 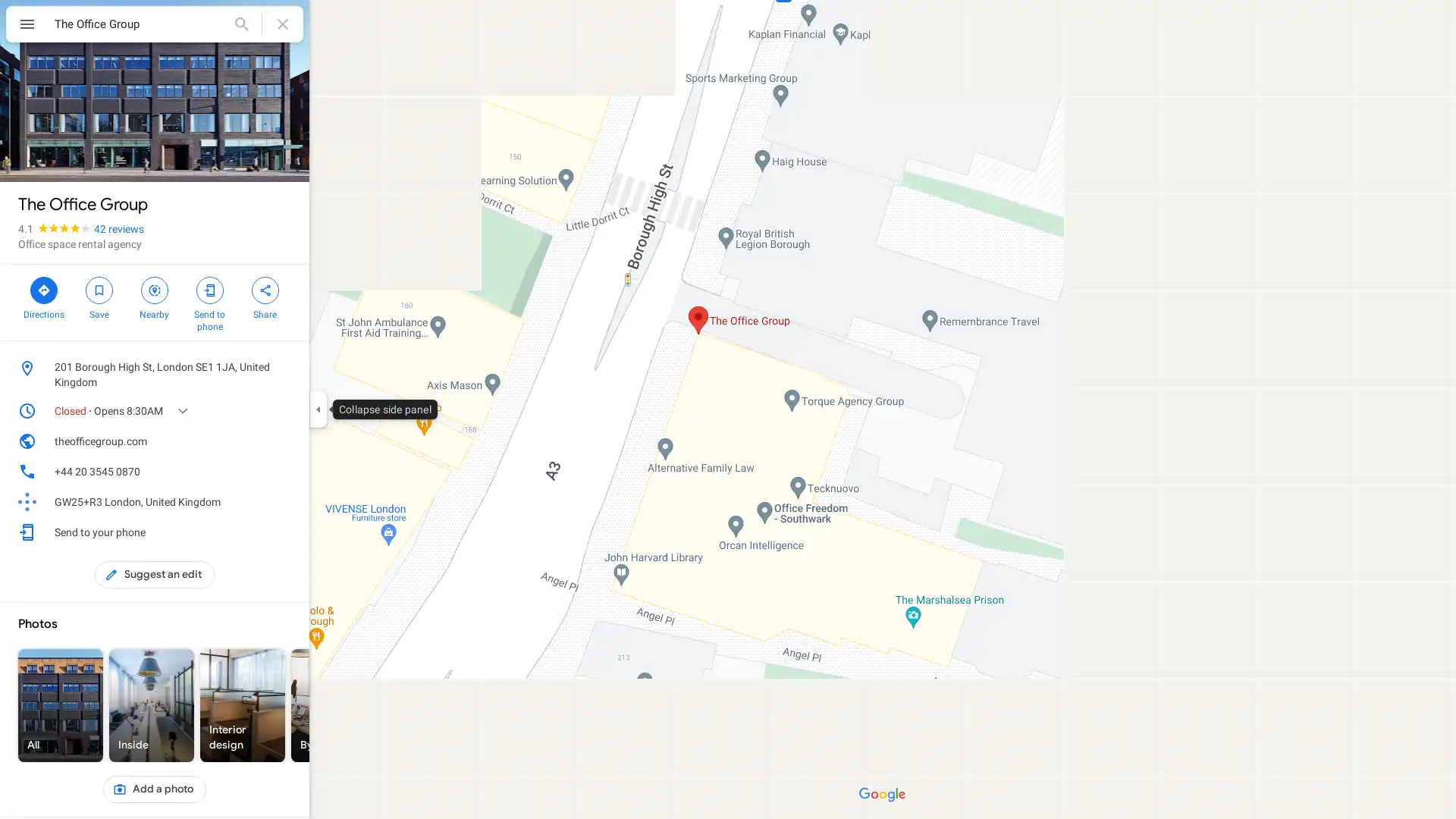 What do you see at coordinates (261, 470) in the screenshot?
I see `Copy phone number` at bounding box center [261, 470].